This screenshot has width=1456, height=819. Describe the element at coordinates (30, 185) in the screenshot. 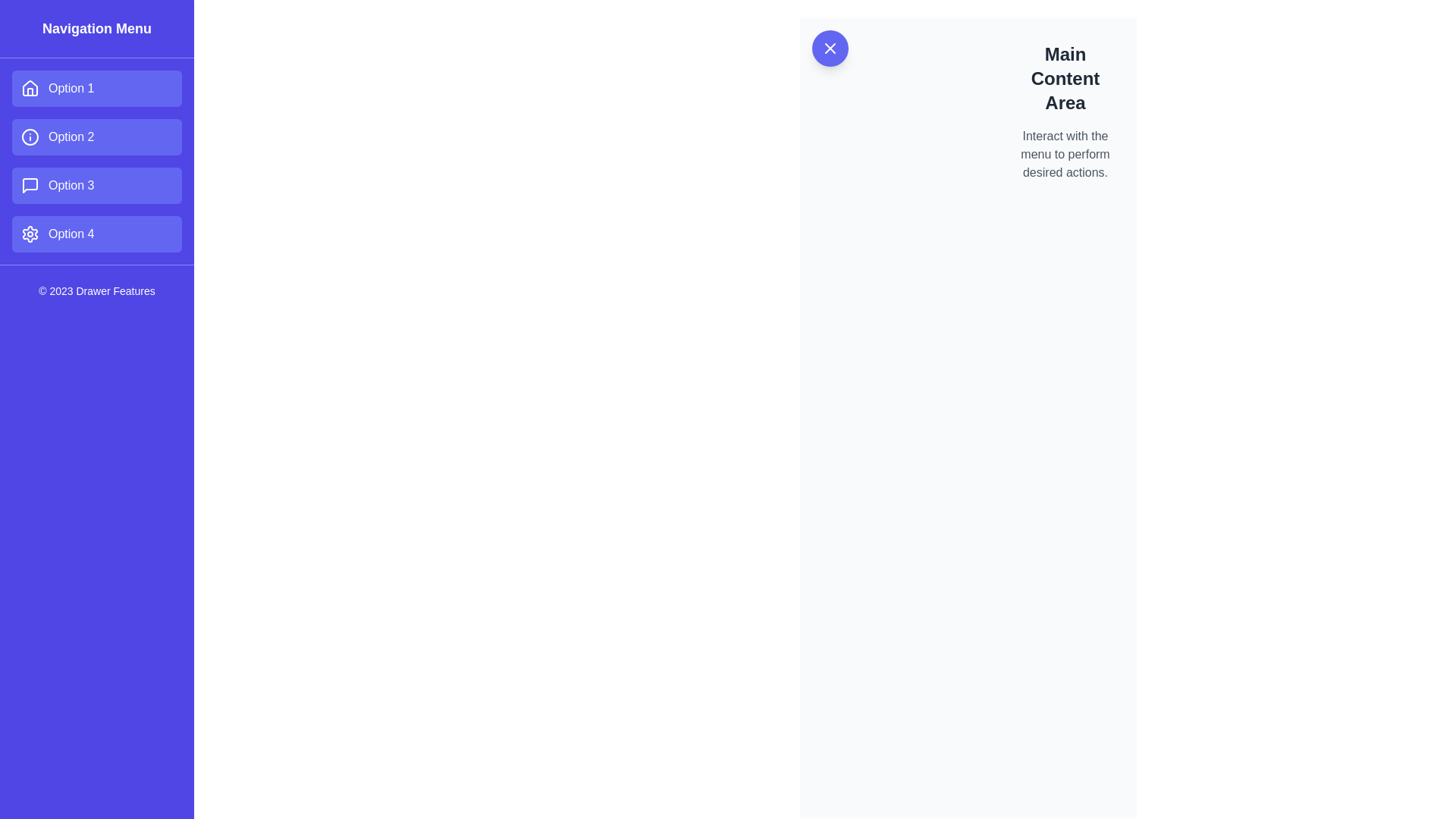

I see `the icon representing 'Option 3' in the sidebar menu, which visually indicates the purpose of this menu option` at that location.